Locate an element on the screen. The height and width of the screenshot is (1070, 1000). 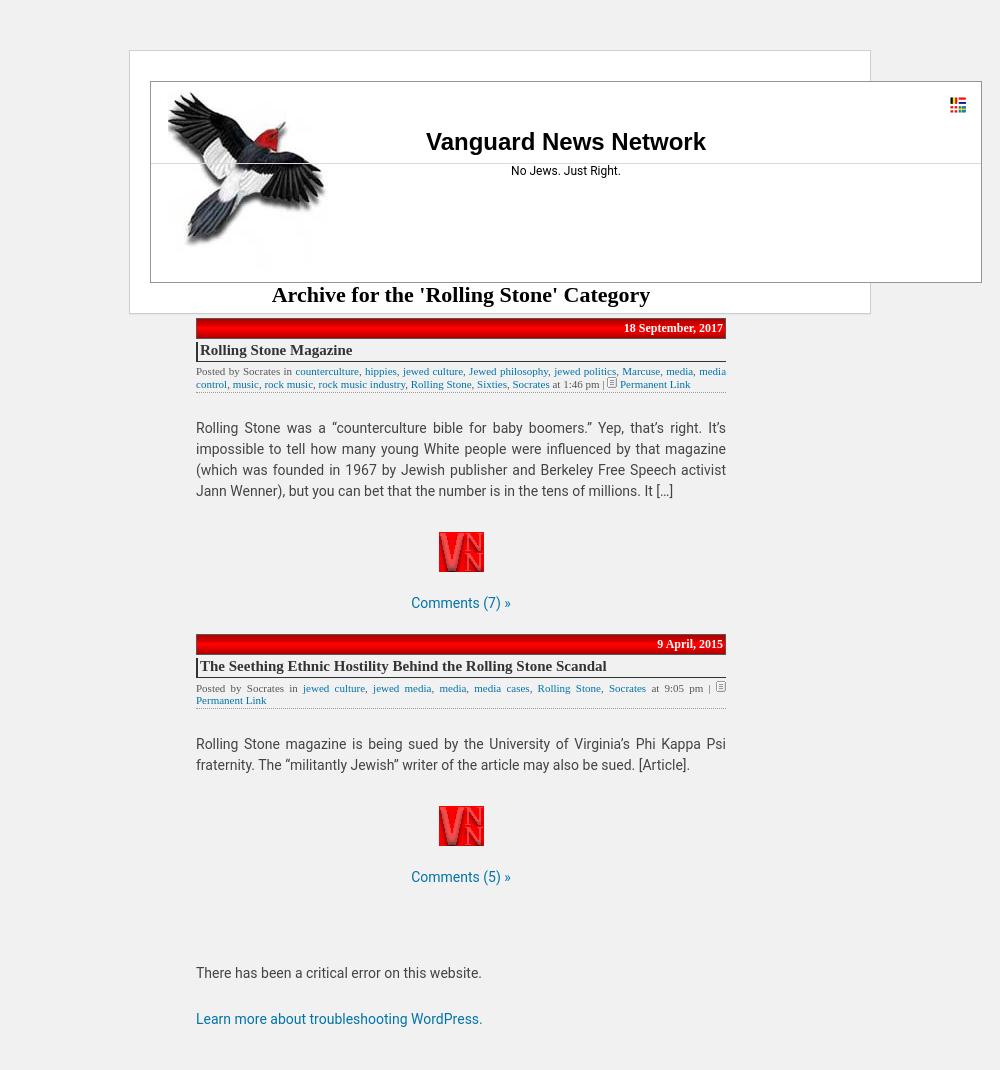
'counterculture' is located at coordinates (295, 369).